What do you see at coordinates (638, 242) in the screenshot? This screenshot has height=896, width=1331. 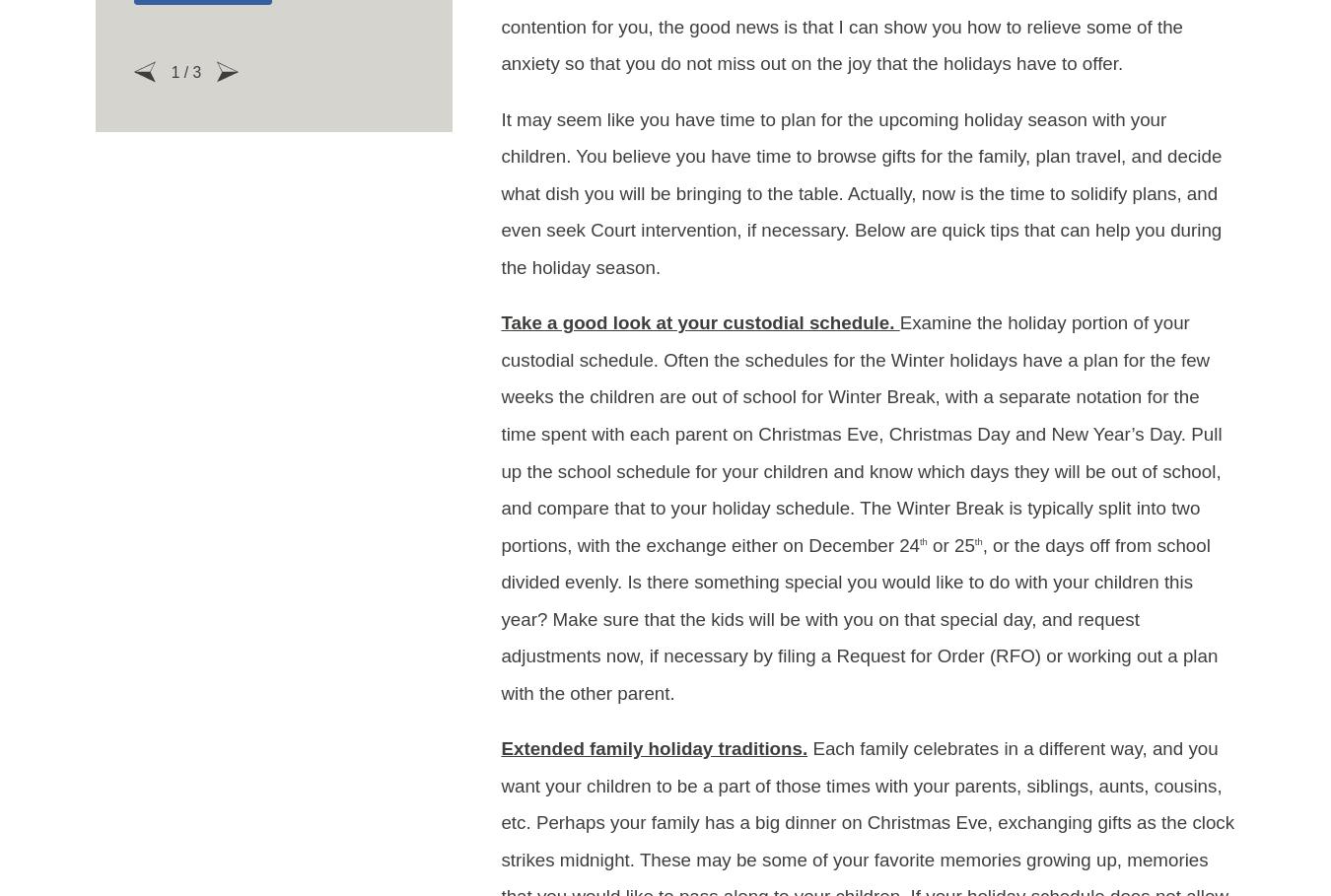 I see `'Child Custody'` at bounding box center [638, 242].